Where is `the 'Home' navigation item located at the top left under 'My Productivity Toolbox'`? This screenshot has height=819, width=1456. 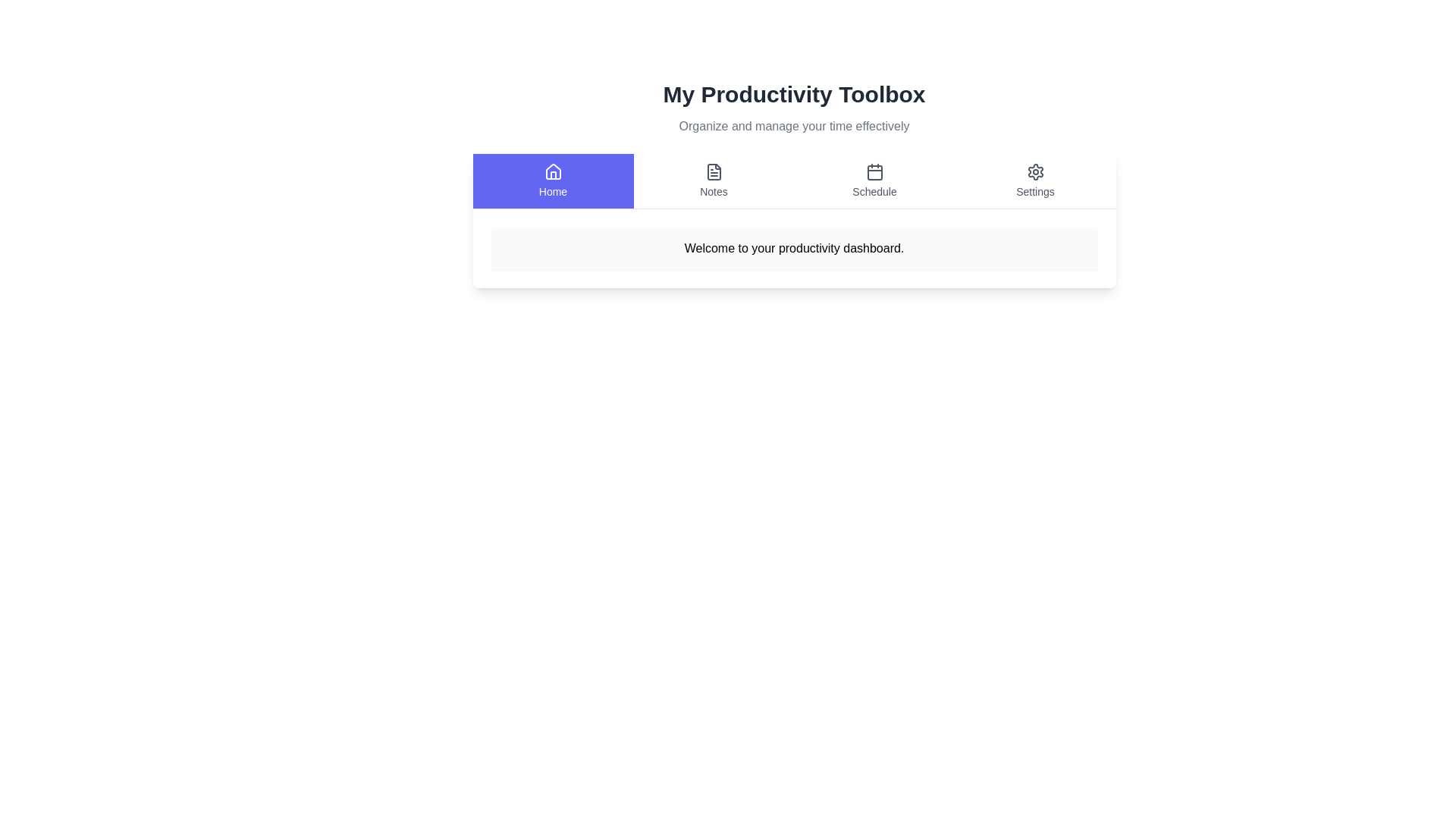
the 'Home' navigation item located at the top left under 'My Productivity Toolbox' is located at coordinates (552, 180).